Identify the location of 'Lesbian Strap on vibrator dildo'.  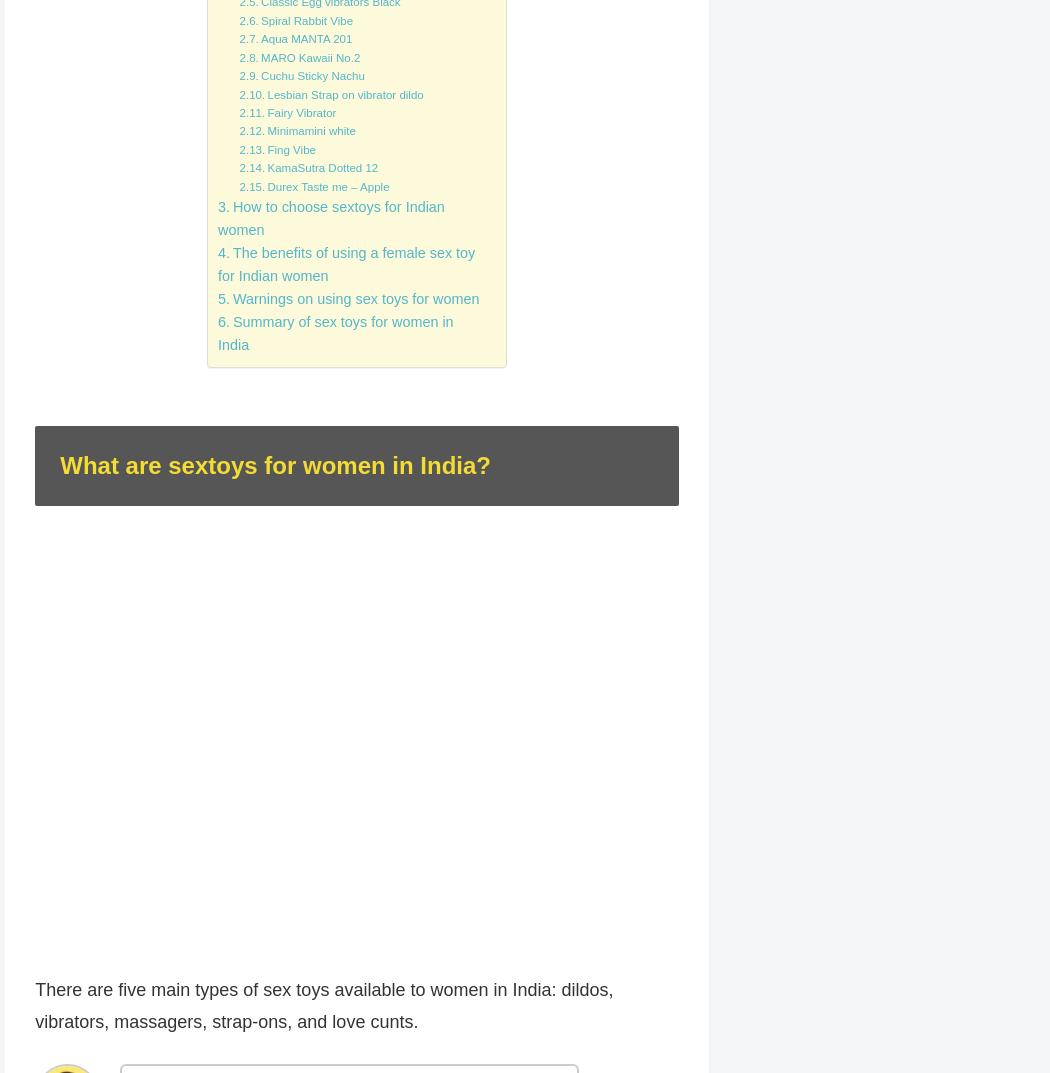
(344, 93).